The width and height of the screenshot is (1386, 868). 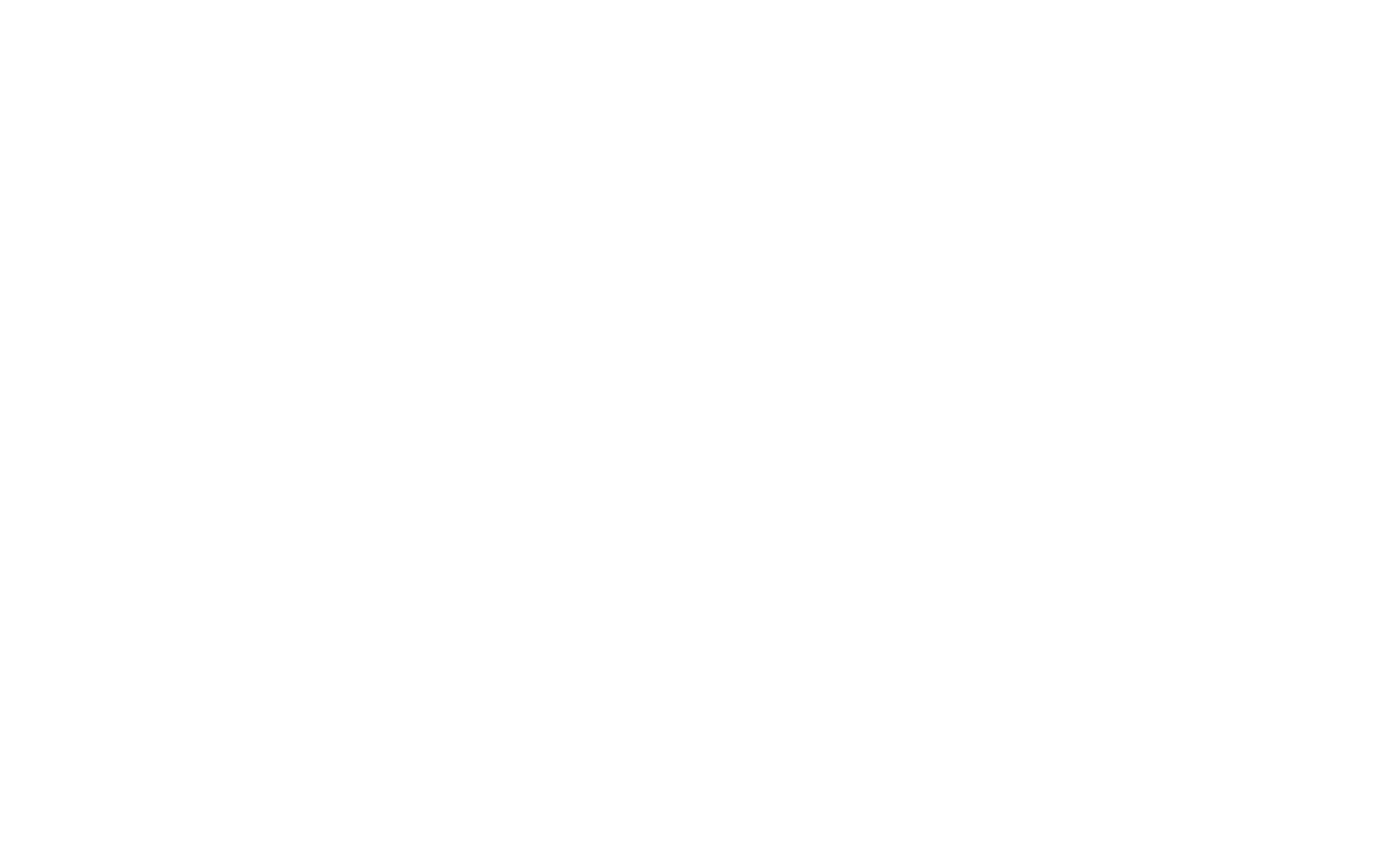 What do you see at coordinates (656, 551) in the screenshot?
I see `'Share your experiences with us'` at bounding box center [656, 551].